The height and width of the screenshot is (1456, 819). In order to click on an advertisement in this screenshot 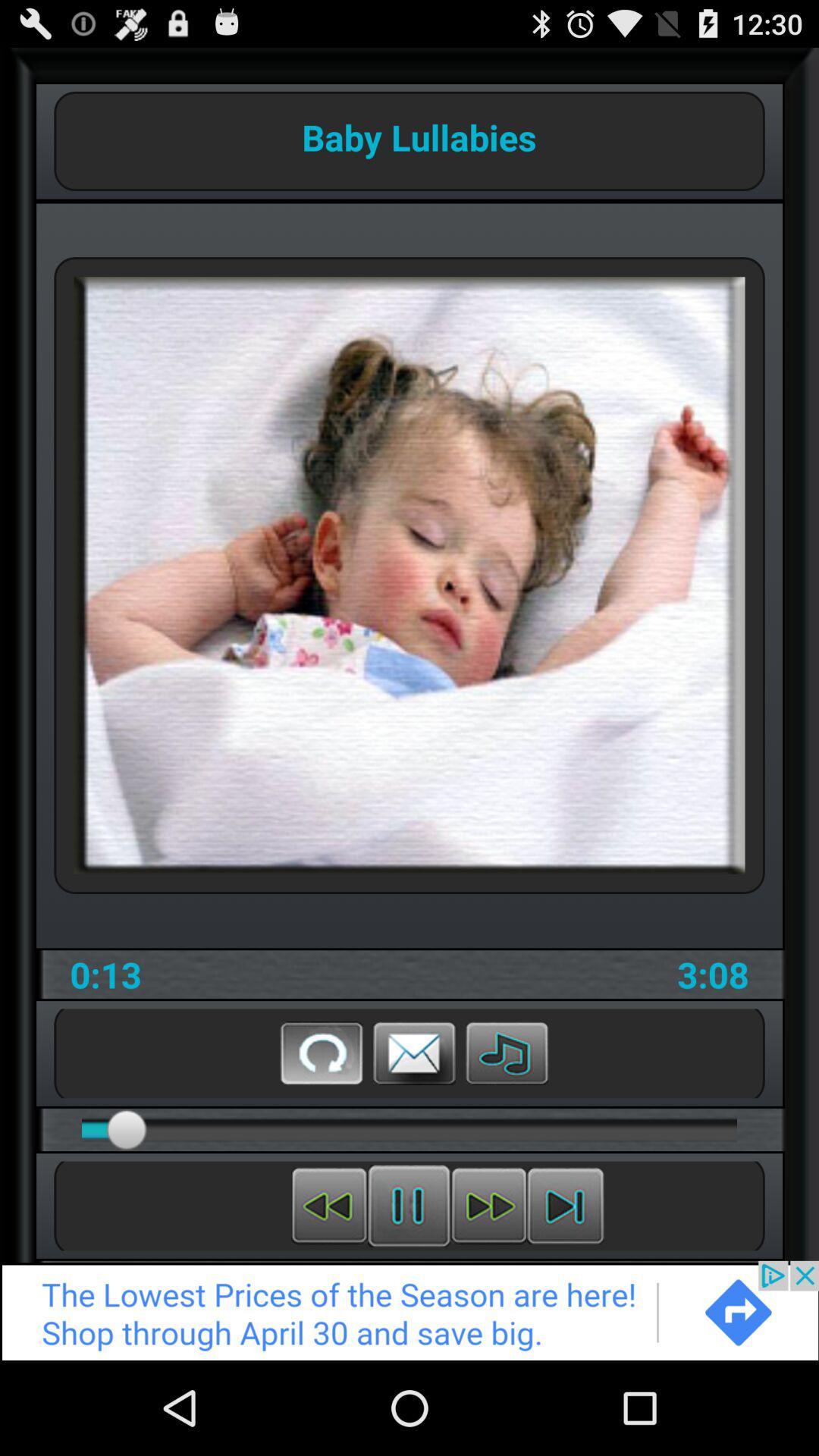, I will do `click(409, 1310)`.